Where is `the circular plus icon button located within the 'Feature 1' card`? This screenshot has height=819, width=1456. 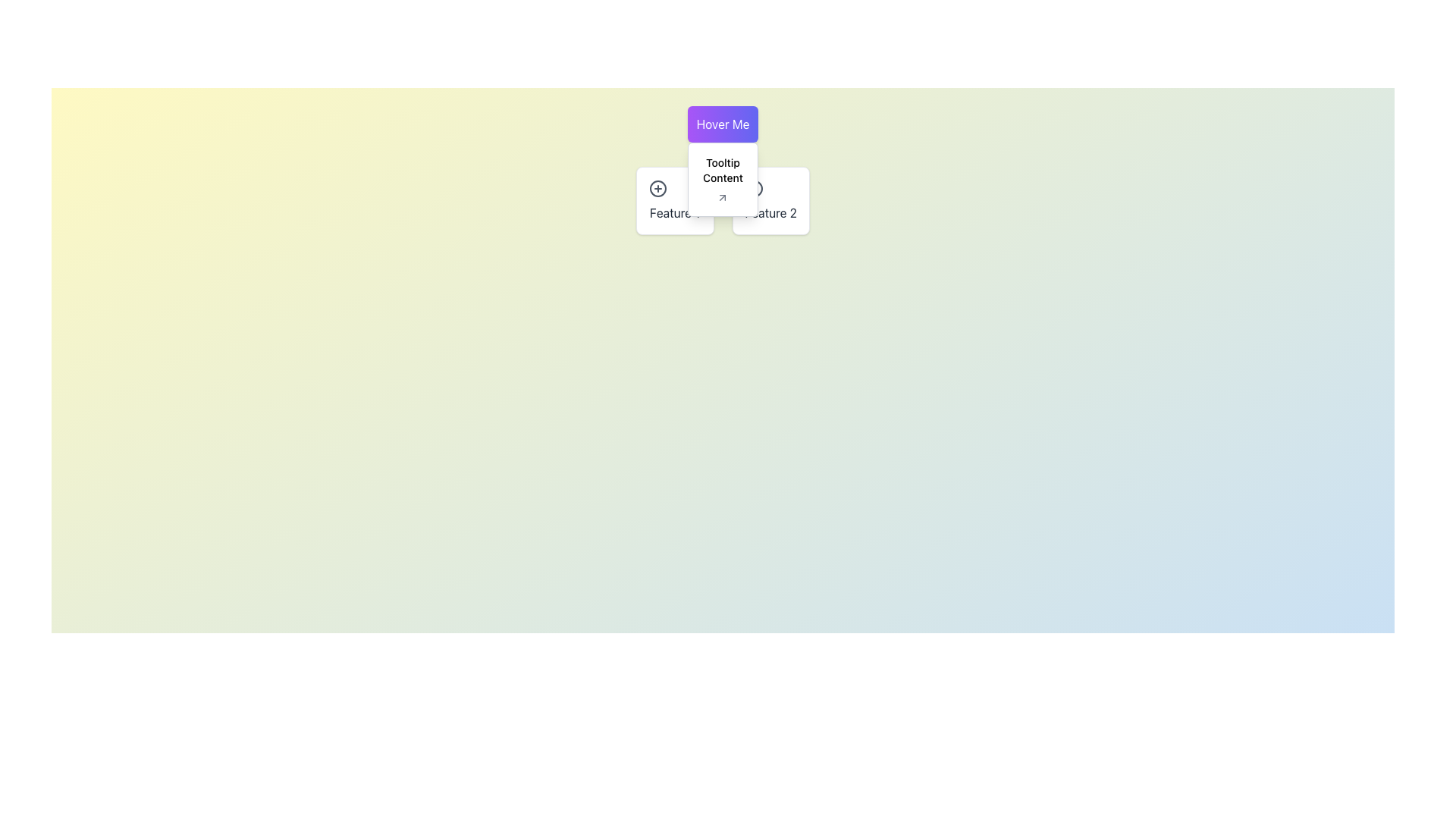
the circular plus icon button located within the 'Feature 1' card is located at coordinates (657, 188).